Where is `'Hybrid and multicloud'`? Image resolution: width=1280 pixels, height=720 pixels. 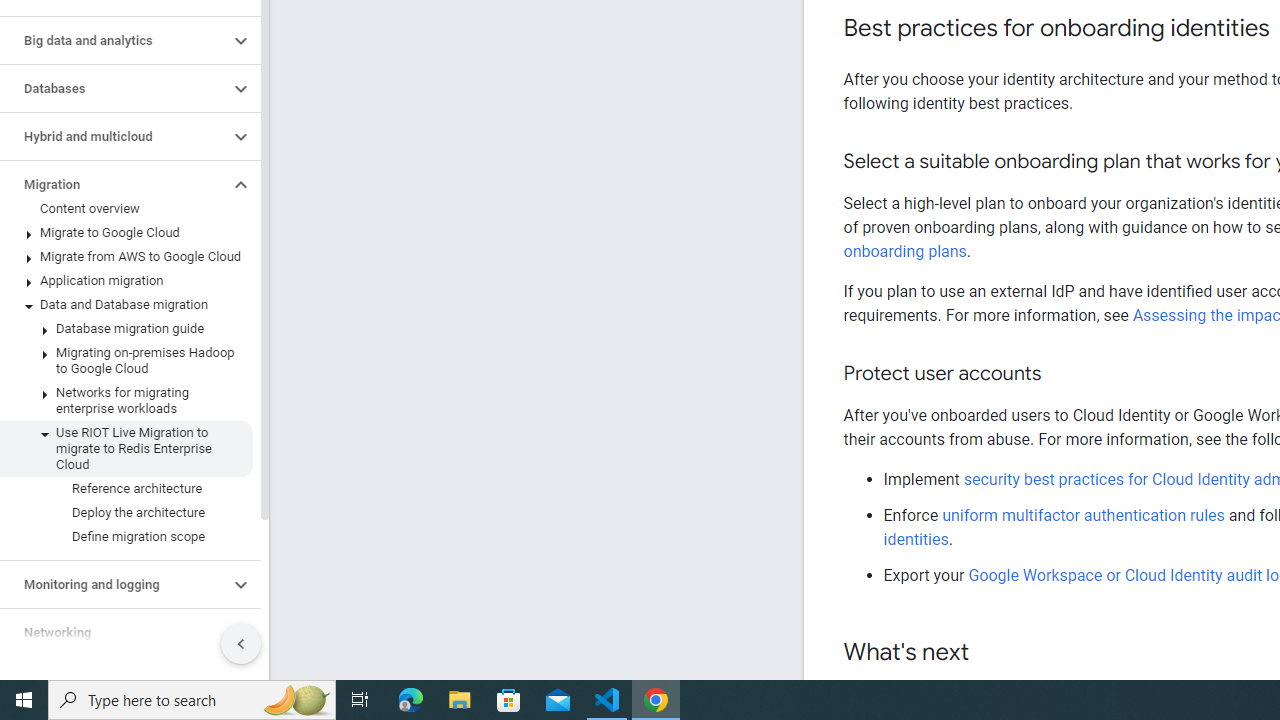
'Hybrid and multicloud' is located at coordinates (113, 136).